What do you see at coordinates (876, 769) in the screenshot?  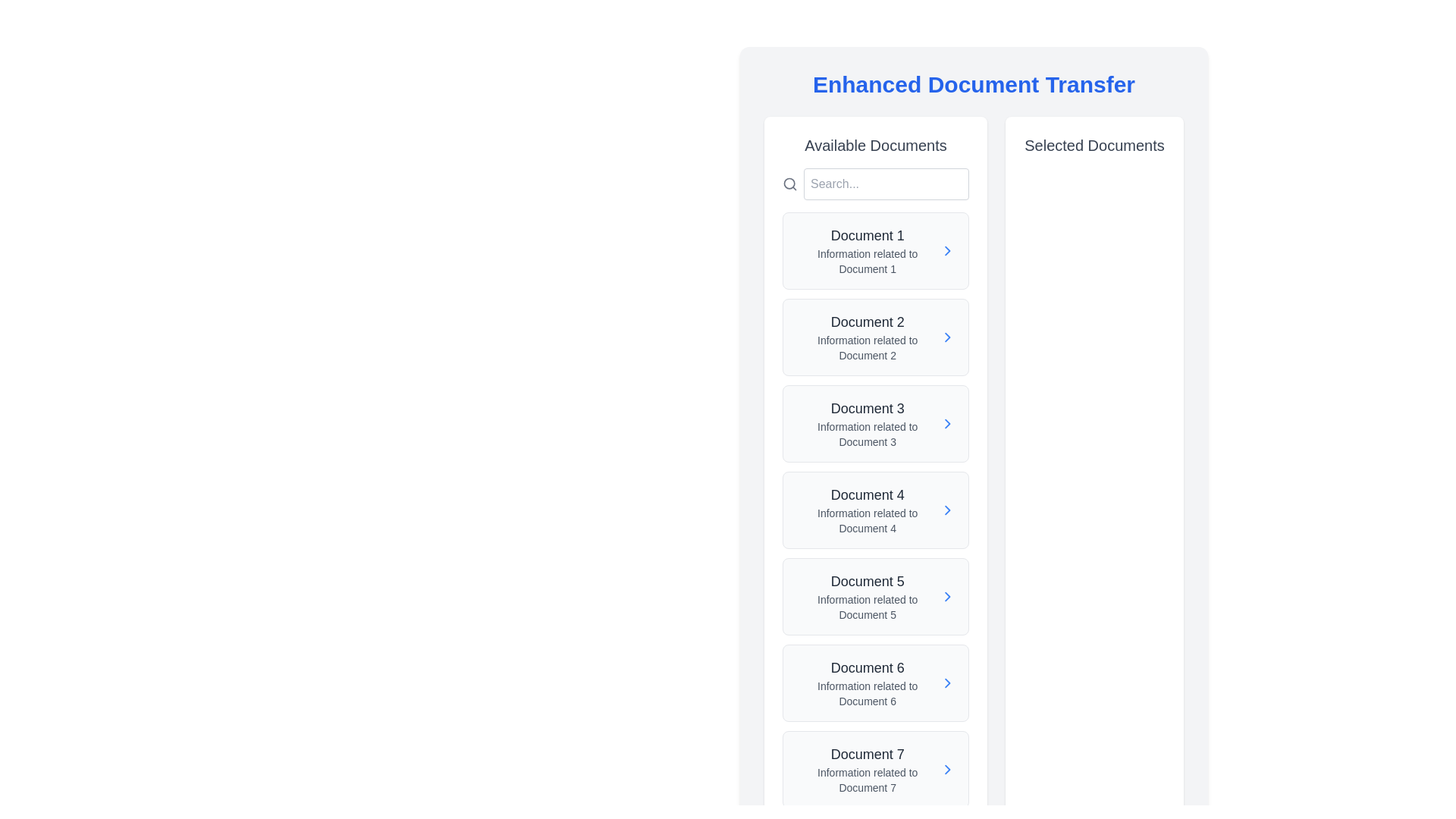 I see `the seventh list item in the document selection list` at bounding box center [876, 769].